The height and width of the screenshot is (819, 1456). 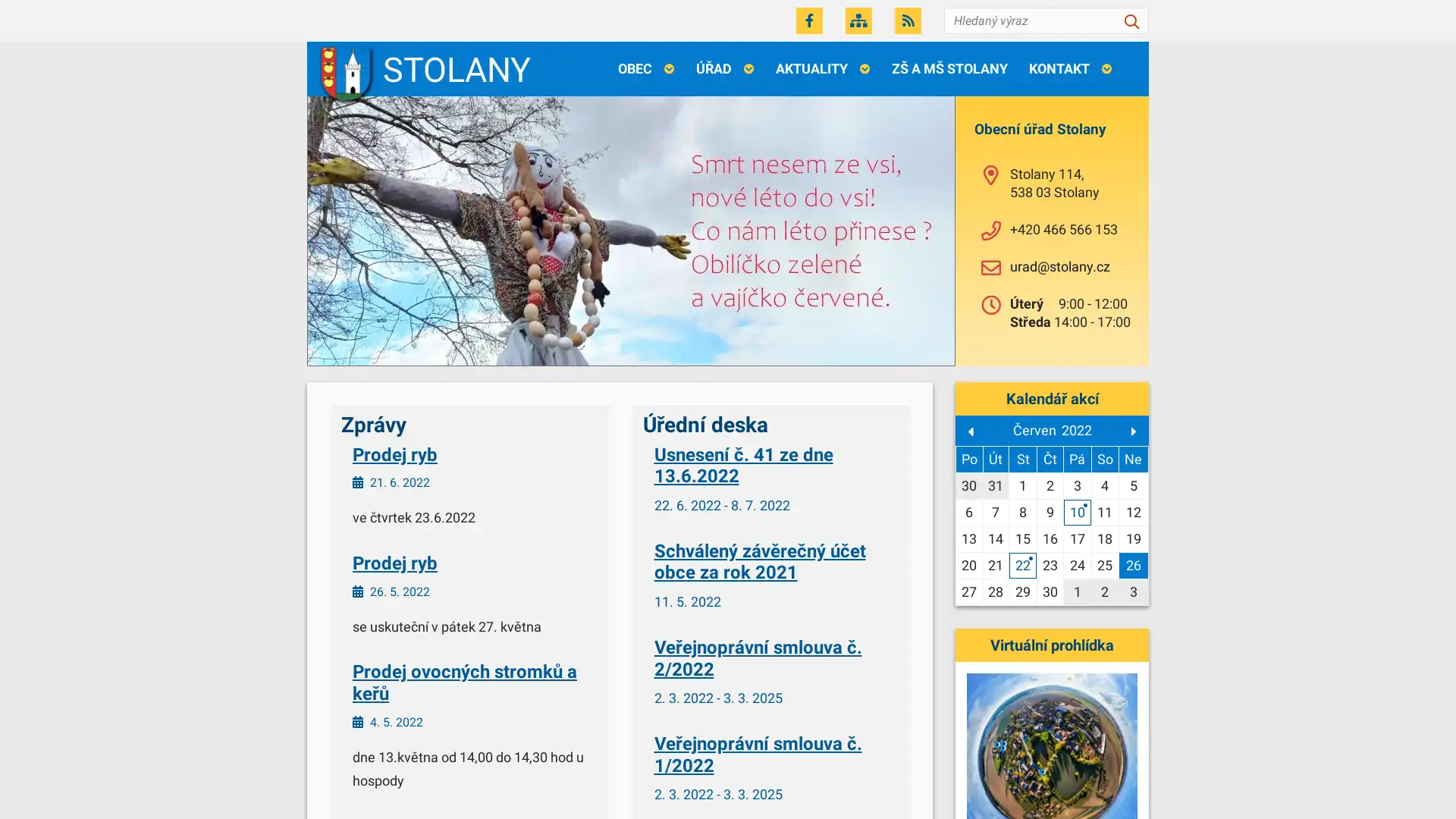 I want to click on Hledat, so click(x=1131, y=20).